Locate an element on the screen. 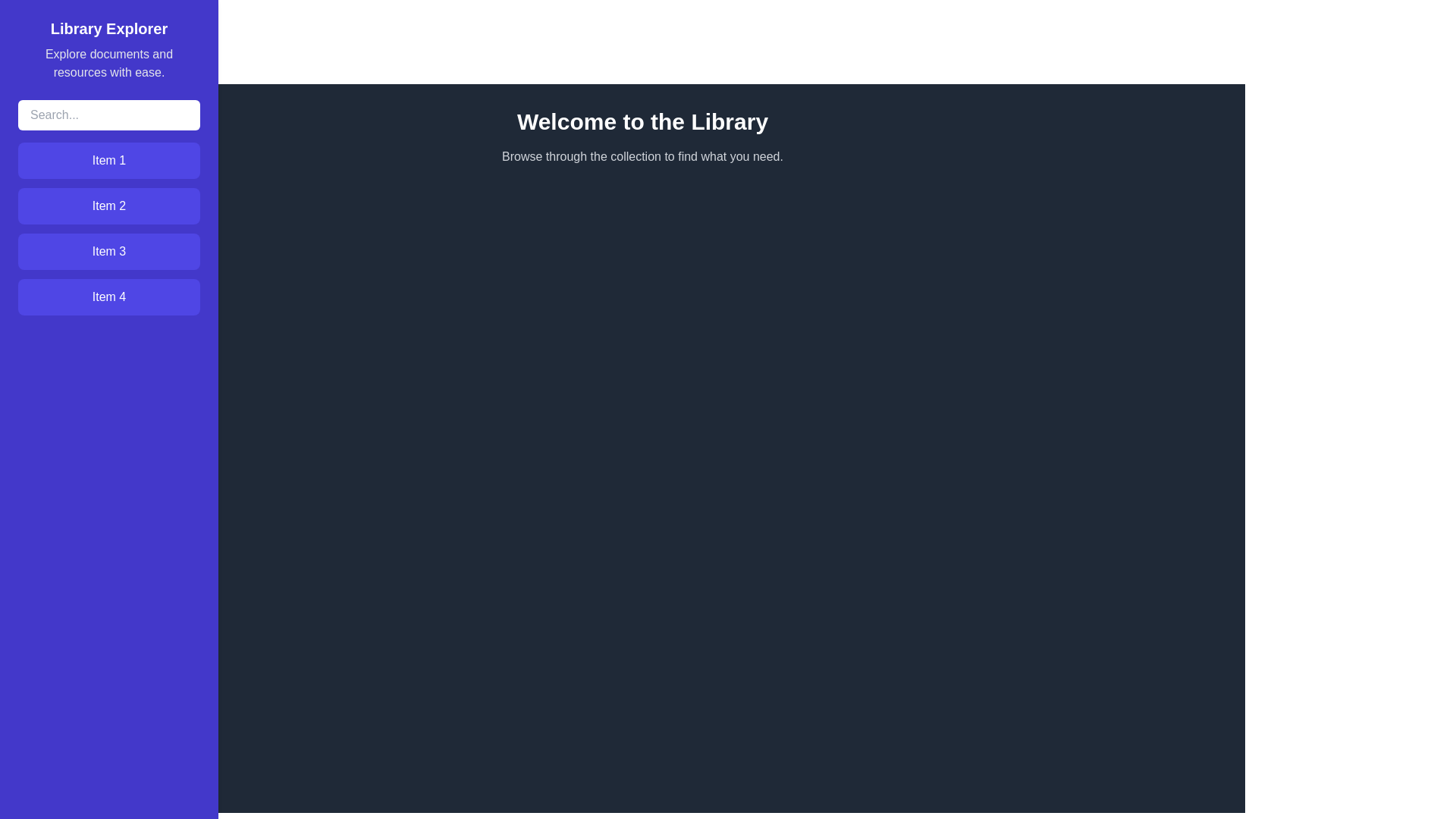 The image size is (1456, 819). the menu item Item 2 to see its hover effect is located at coordinates (108, 206).